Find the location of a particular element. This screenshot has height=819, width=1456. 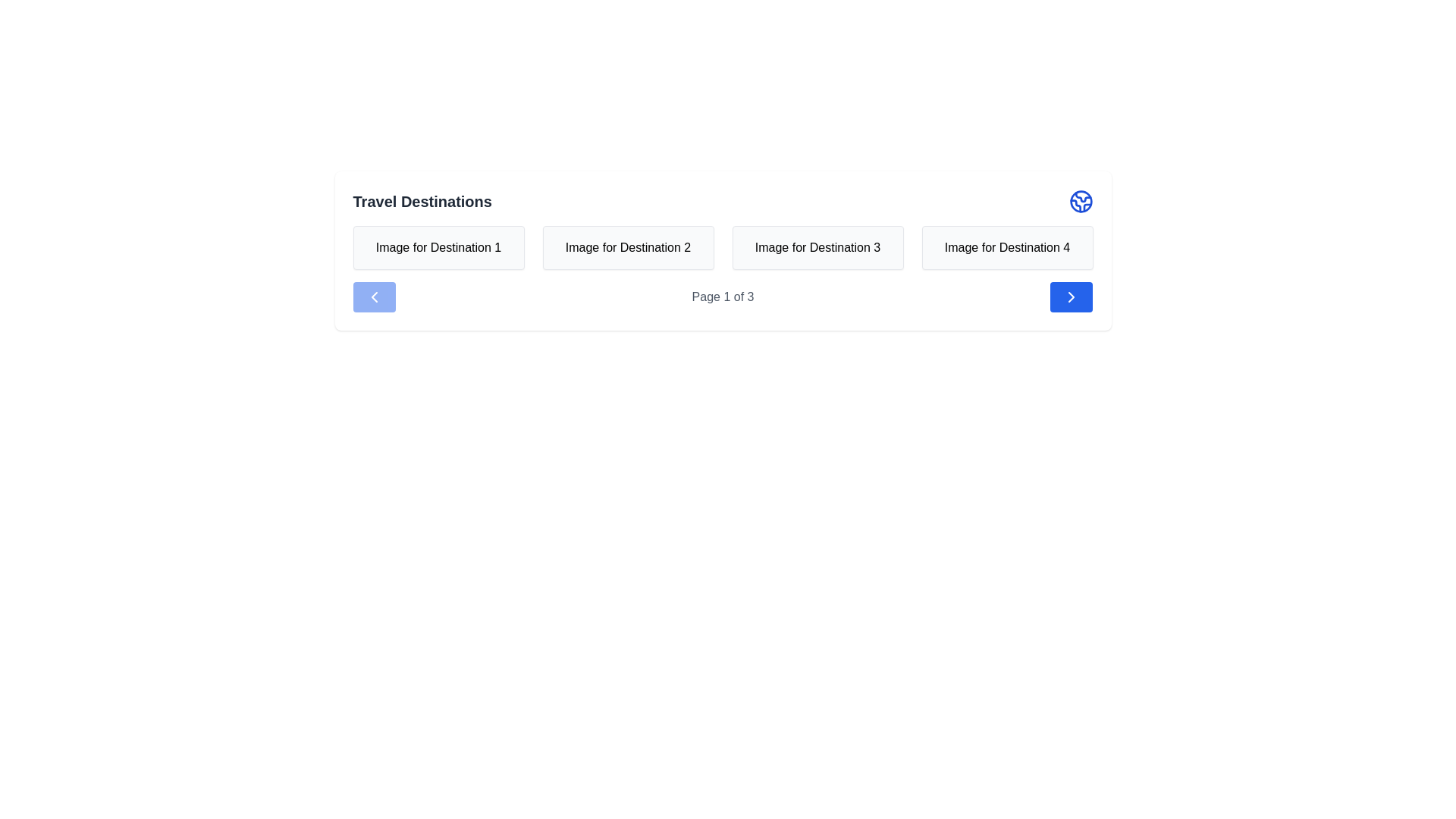

the circular blue globe icon located in the top-right corner of the 'Travel Destinations' section, which has intersecting curved lines is located at coordinates (1080, 201).